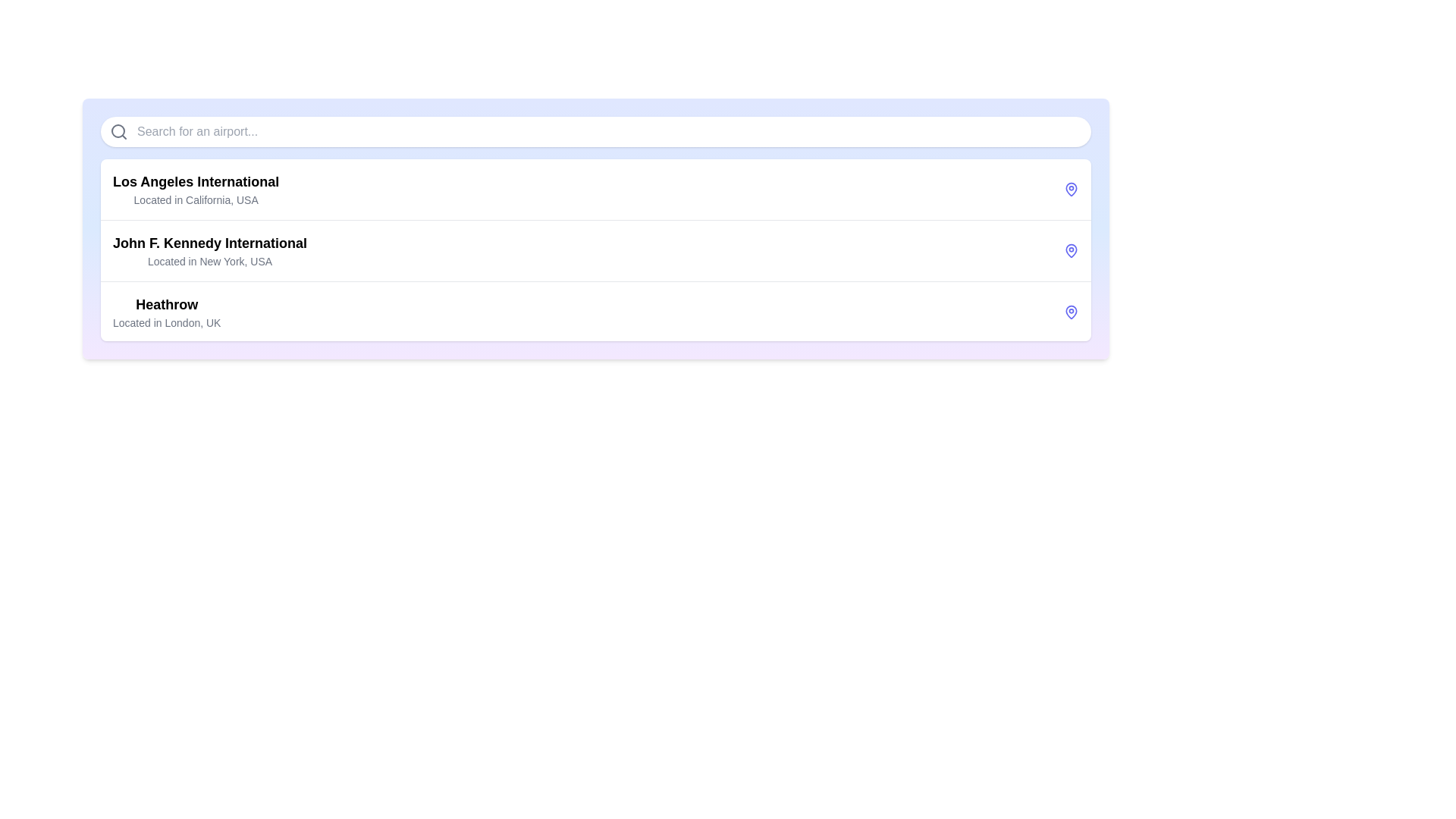  I want to click on the geographical location icon located in the top-right corner of the row displaying 'Heathrow Located in London, UK', so click(1070, 312).